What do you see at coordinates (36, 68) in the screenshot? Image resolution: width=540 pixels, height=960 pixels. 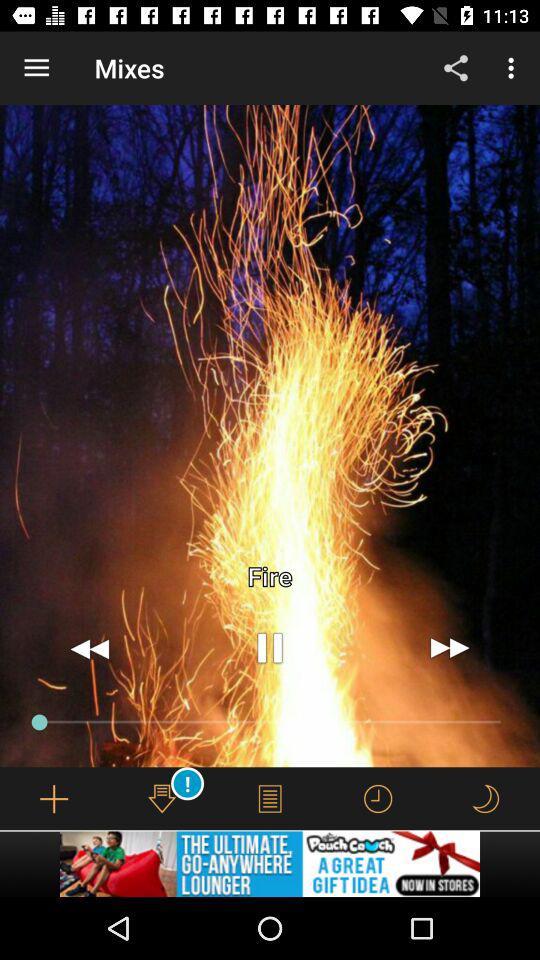 I see `icon to the left of the mixes item` at bounding box center [36, 68].